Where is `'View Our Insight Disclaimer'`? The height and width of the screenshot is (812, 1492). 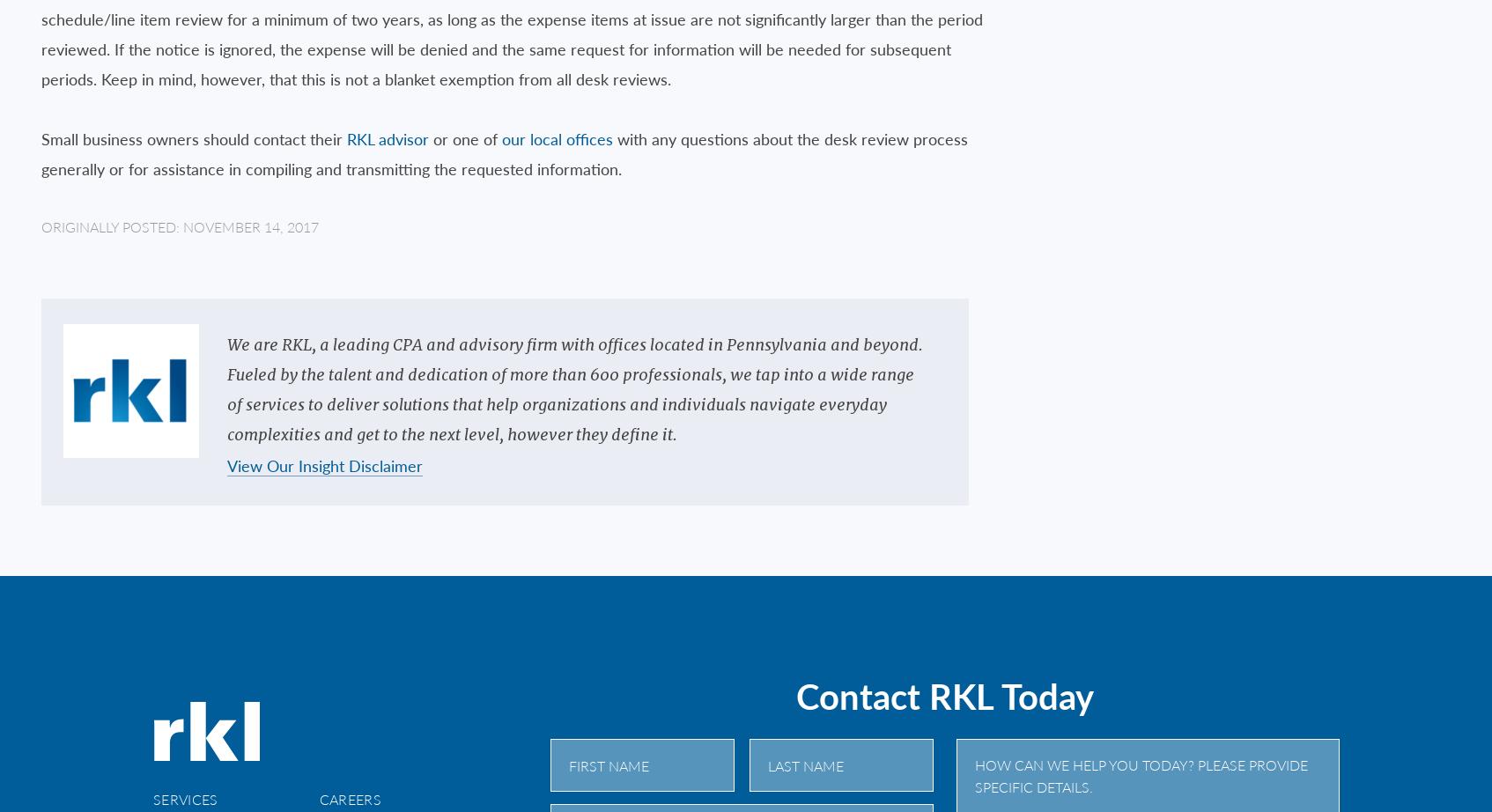
'View Our Insight Disclaimer' is located at coordinates (225, 464).